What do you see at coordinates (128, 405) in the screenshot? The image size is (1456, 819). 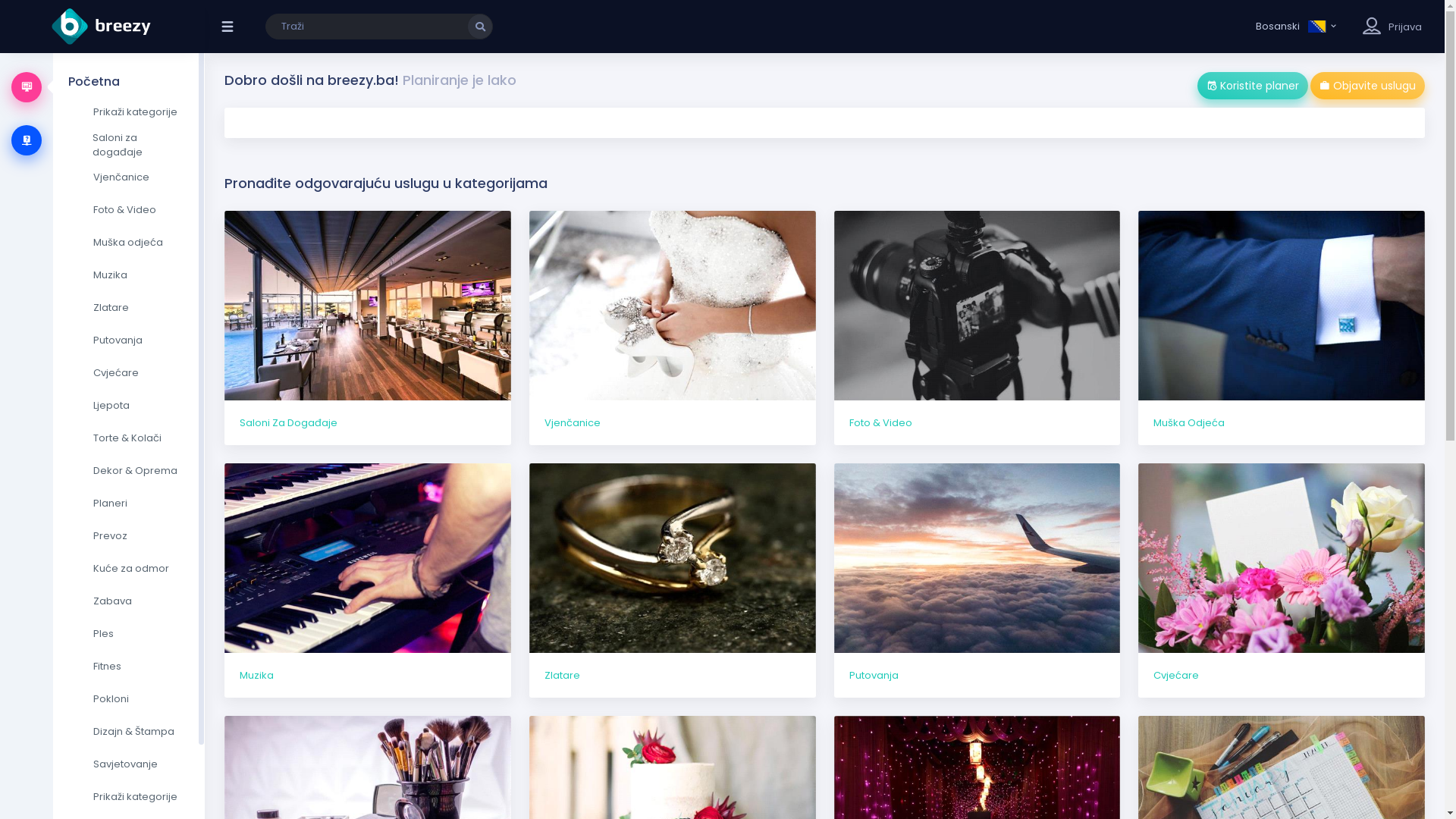 I see `'Ljepota'` at bounding box center [128, 405].